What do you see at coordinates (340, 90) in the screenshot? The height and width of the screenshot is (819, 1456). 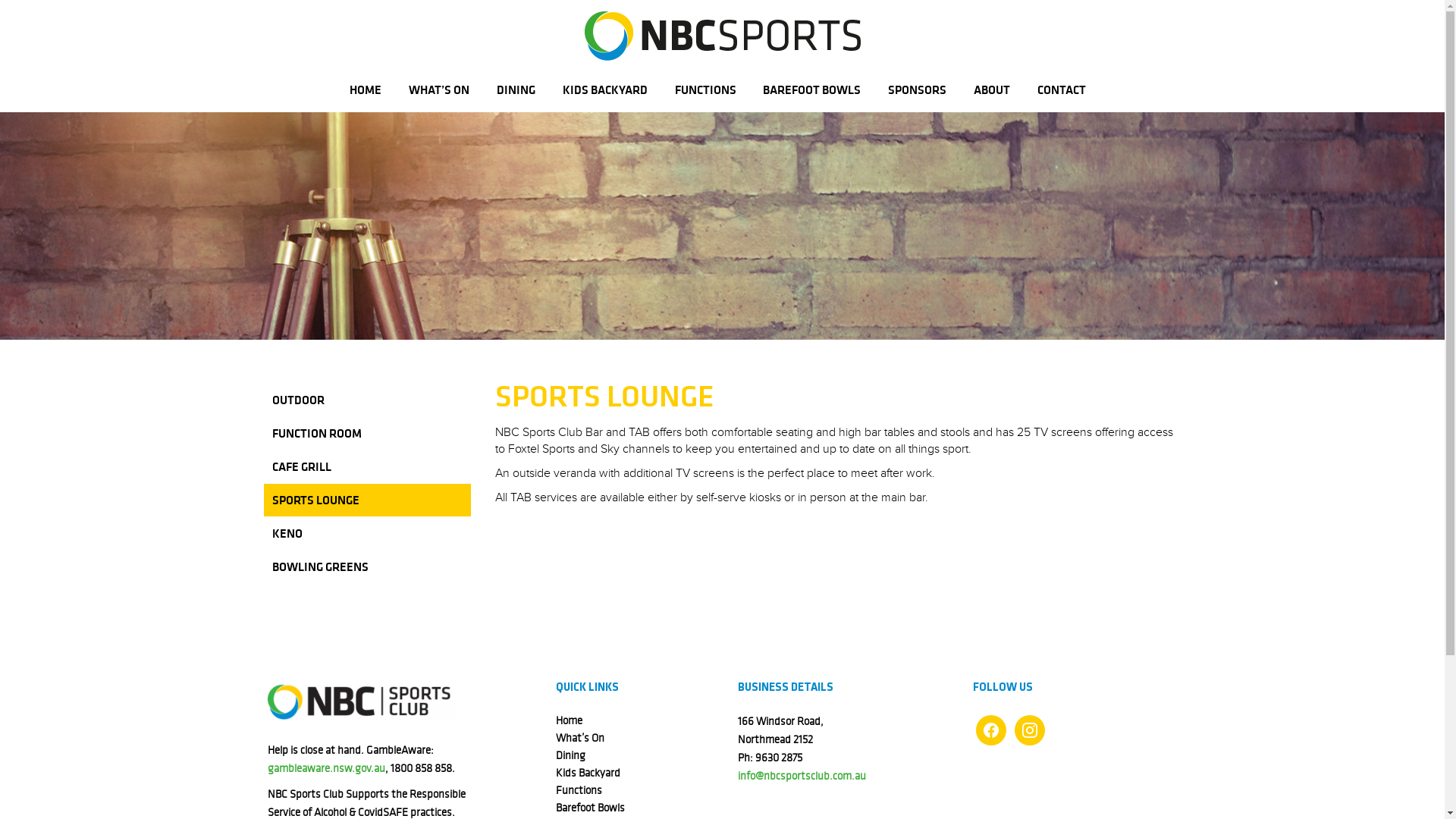 I see `'HOME'` at bounding box center [340, 90].